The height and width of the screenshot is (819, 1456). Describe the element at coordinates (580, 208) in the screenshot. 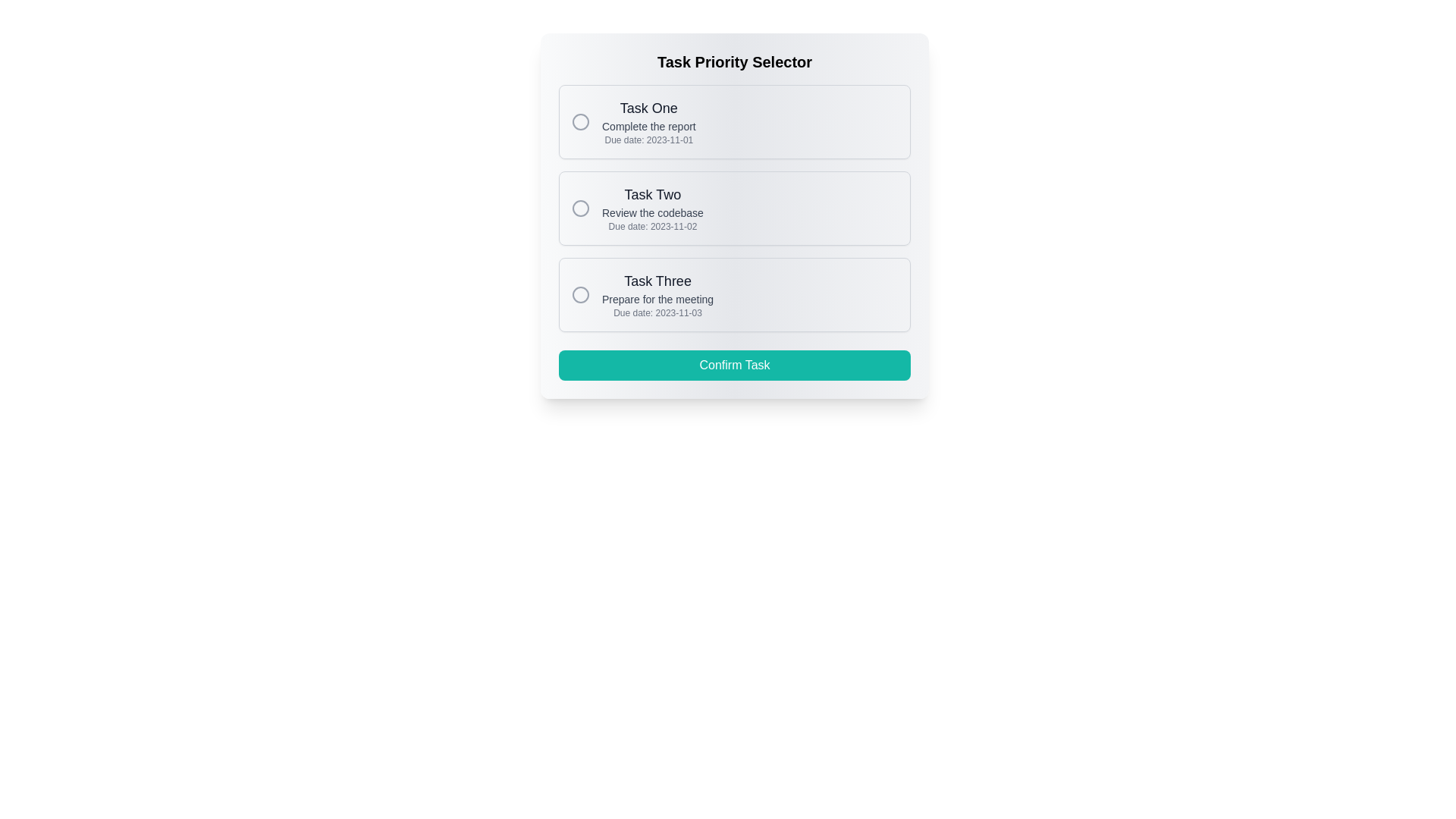

I see `the circular radio button located in the task card titled 'Task Two'` at that location.